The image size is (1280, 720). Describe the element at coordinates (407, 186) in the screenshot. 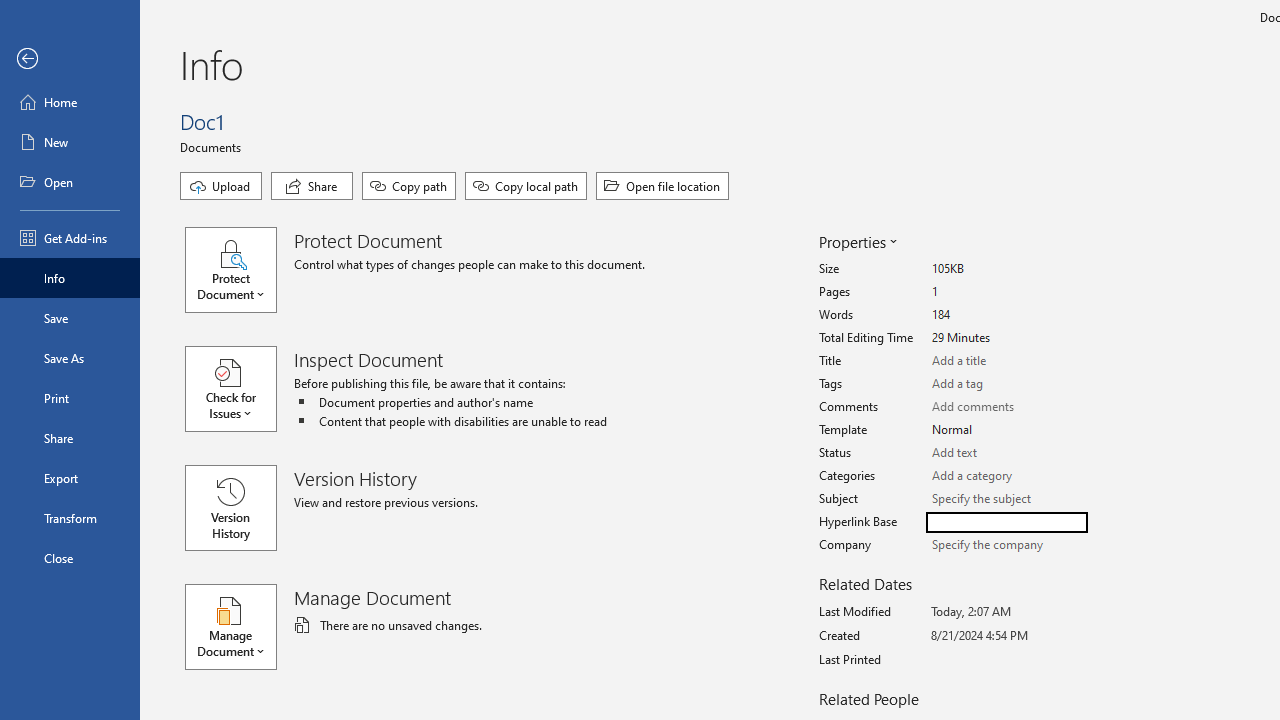

I see `'Copy path'` at that location.